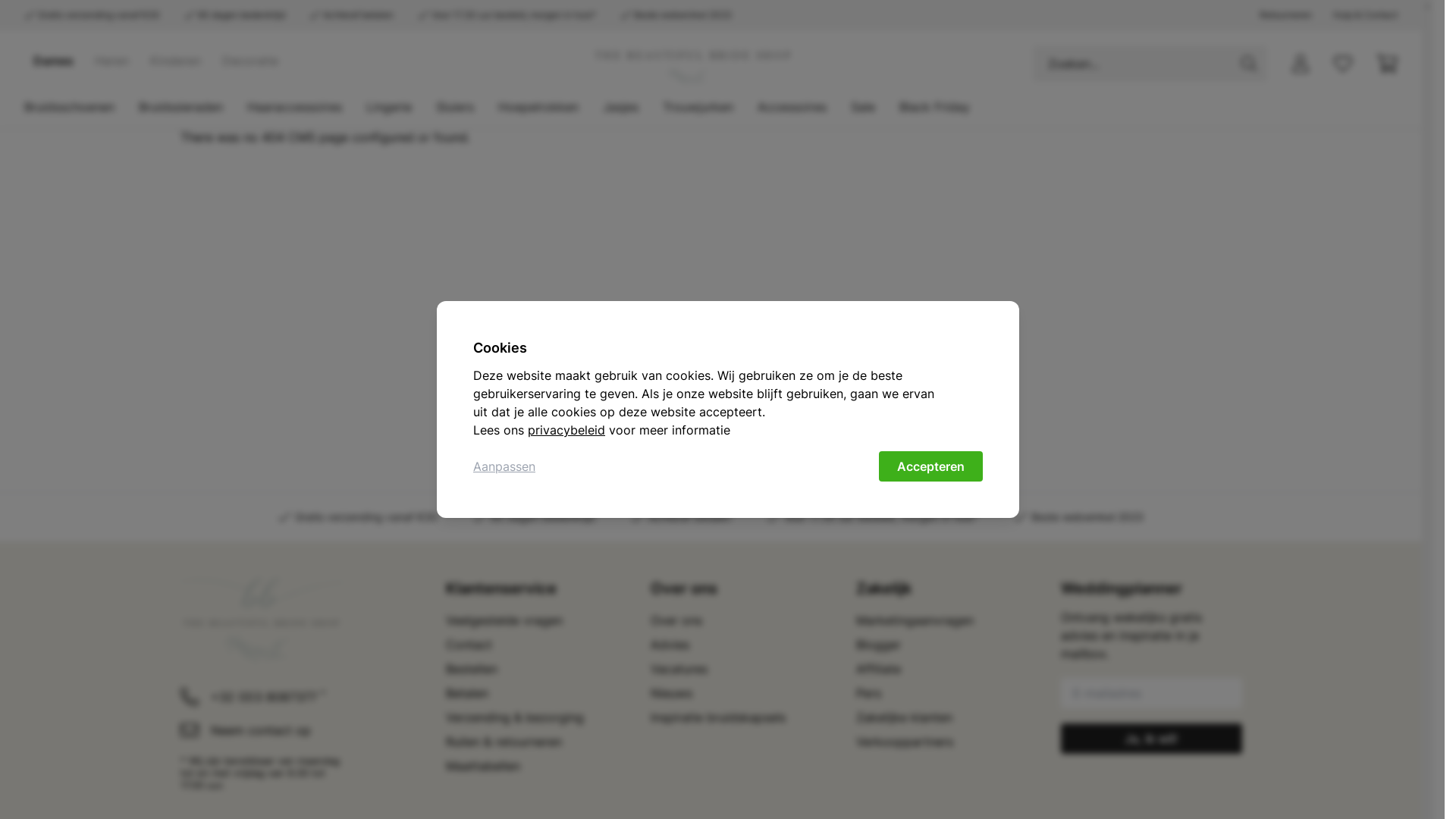 This screenshot has width=1456, height=819. What do you see at coordinates (913, 620) in the screenshot?
I see `'Marketingaanvragen'` at bounding box center [913, 620].